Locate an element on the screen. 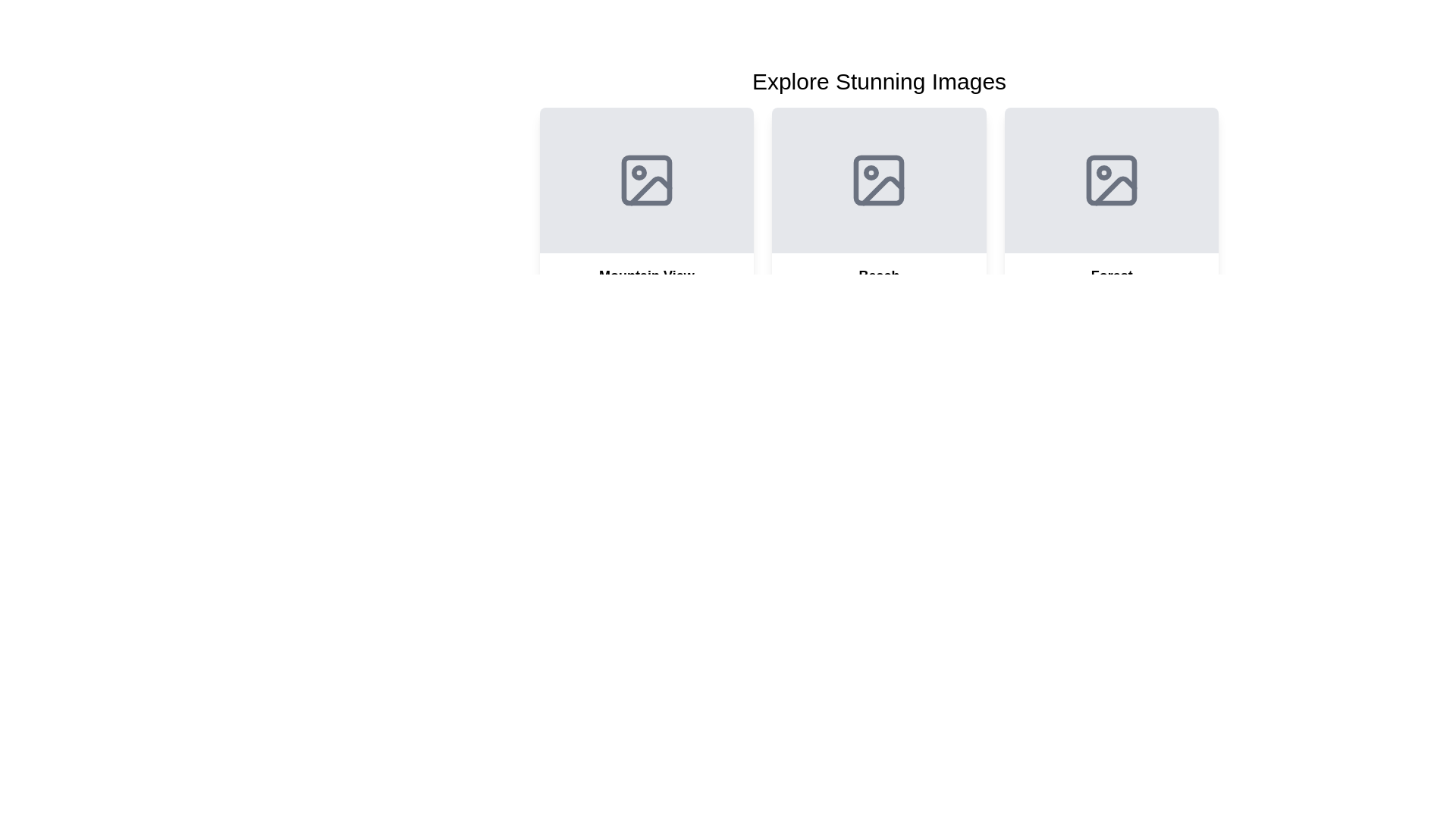 The width and height of the screenshot is (1456, 819). the Decorative SVG element in the shape of a rounded rectangle, which serves as a decorative component within the image icon in the second card of the horizontal gallery layout is located at coordinates (879, 180).